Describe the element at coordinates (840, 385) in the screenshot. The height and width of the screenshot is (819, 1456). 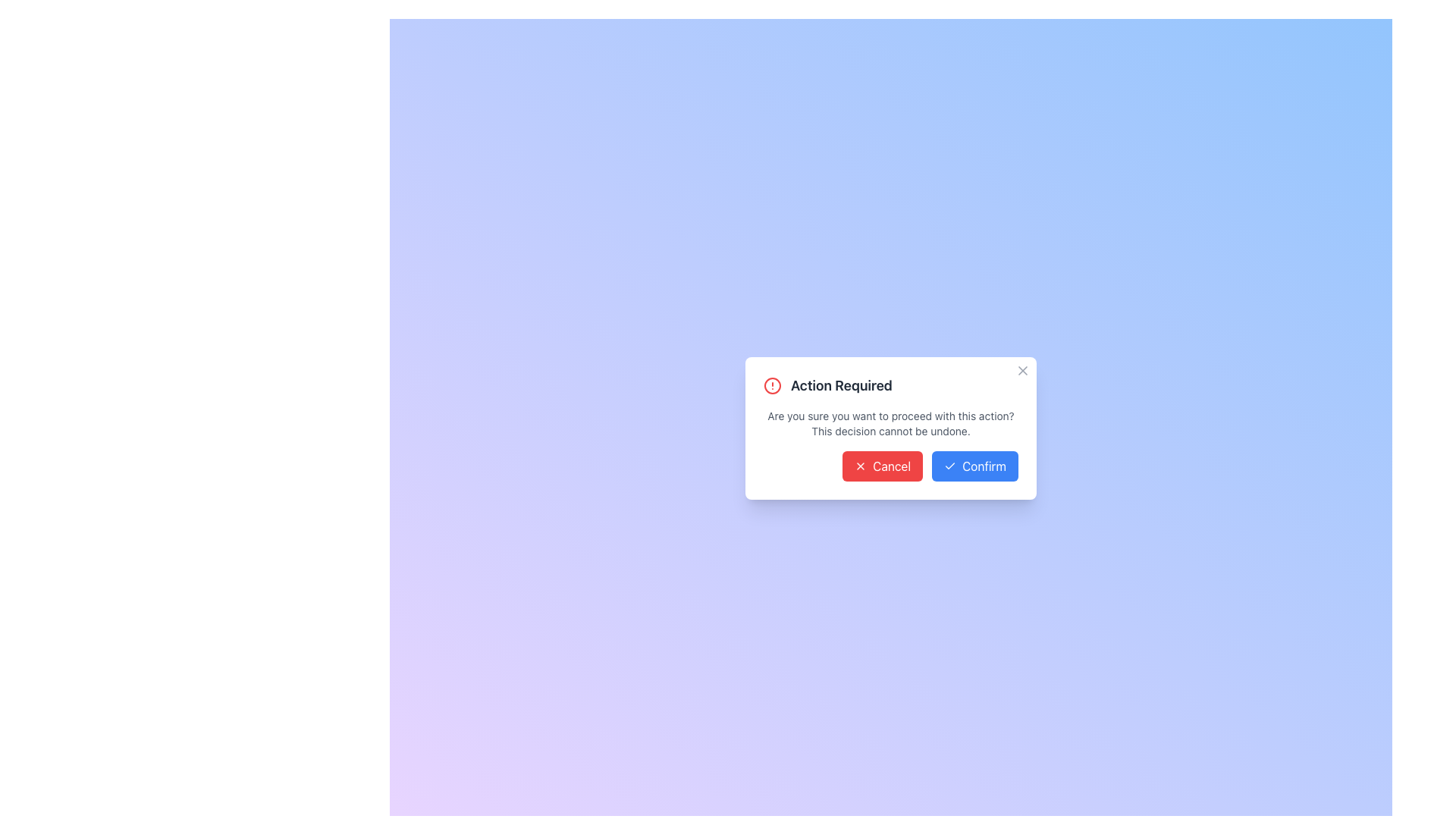
I see `text displayed as the modal's headline, located at the top portion of the modal dialog box, to the right of the alert icon` at that location.